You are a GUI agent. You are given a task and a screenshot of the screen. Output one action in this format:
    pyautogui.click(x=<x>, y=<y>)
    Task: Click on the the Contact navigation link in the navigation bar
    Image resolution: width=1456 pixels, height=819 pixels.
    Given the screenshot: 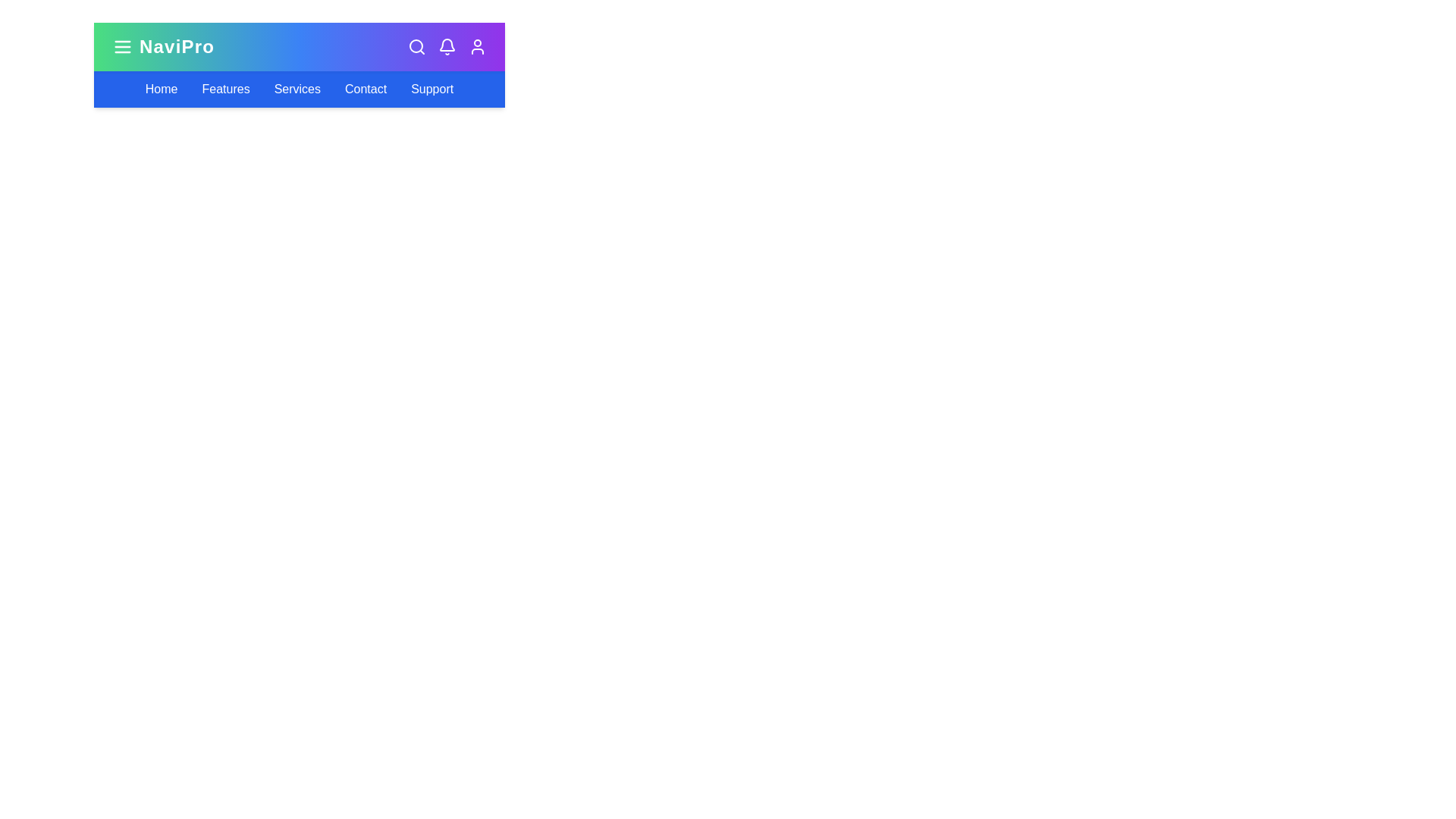 What is the action you would take?
    pyautogui.click(x=365, y=89)
    